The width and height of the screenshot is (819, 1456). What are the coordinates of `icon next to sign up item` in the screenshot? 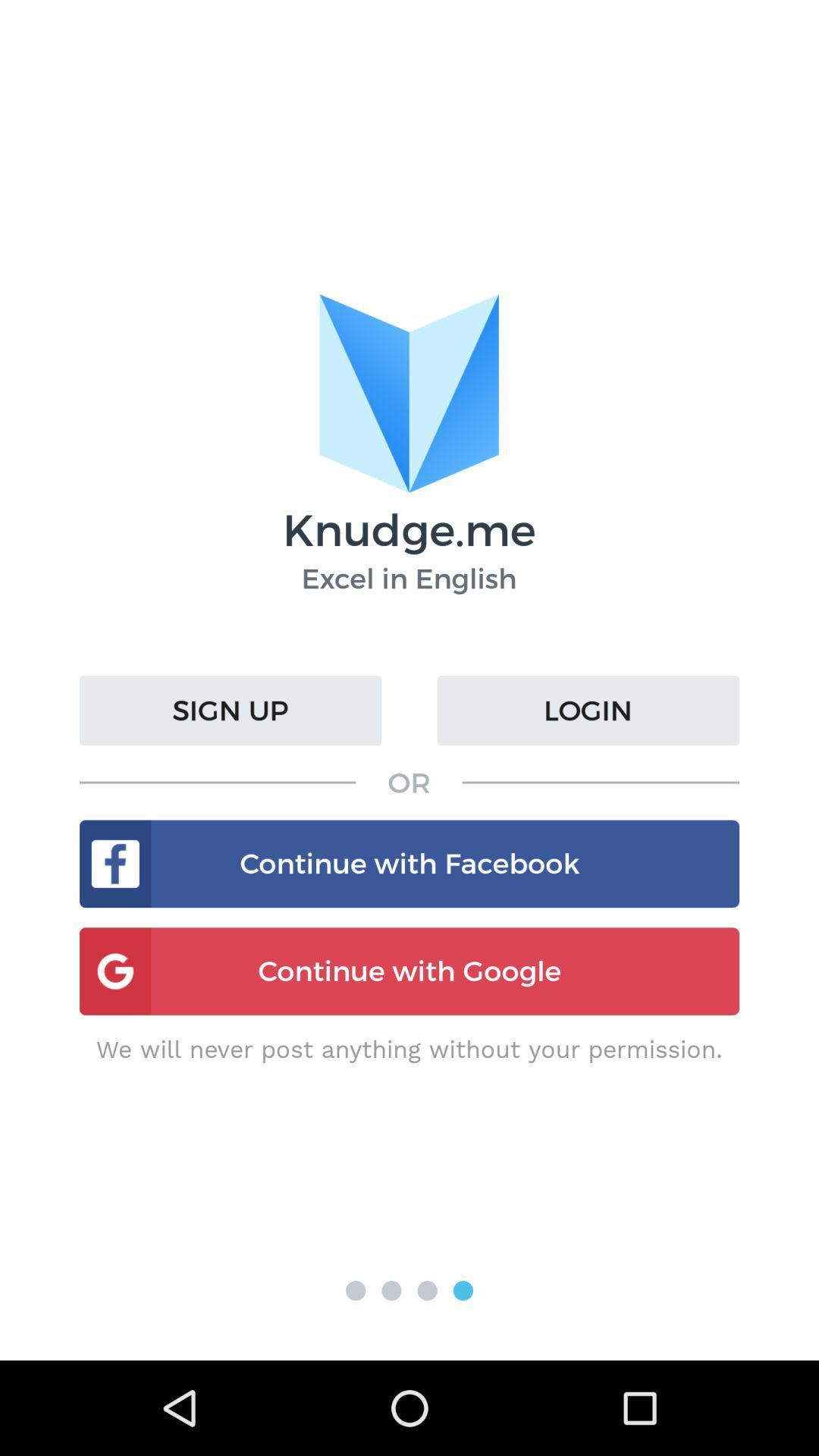 It's located at (587, 710).